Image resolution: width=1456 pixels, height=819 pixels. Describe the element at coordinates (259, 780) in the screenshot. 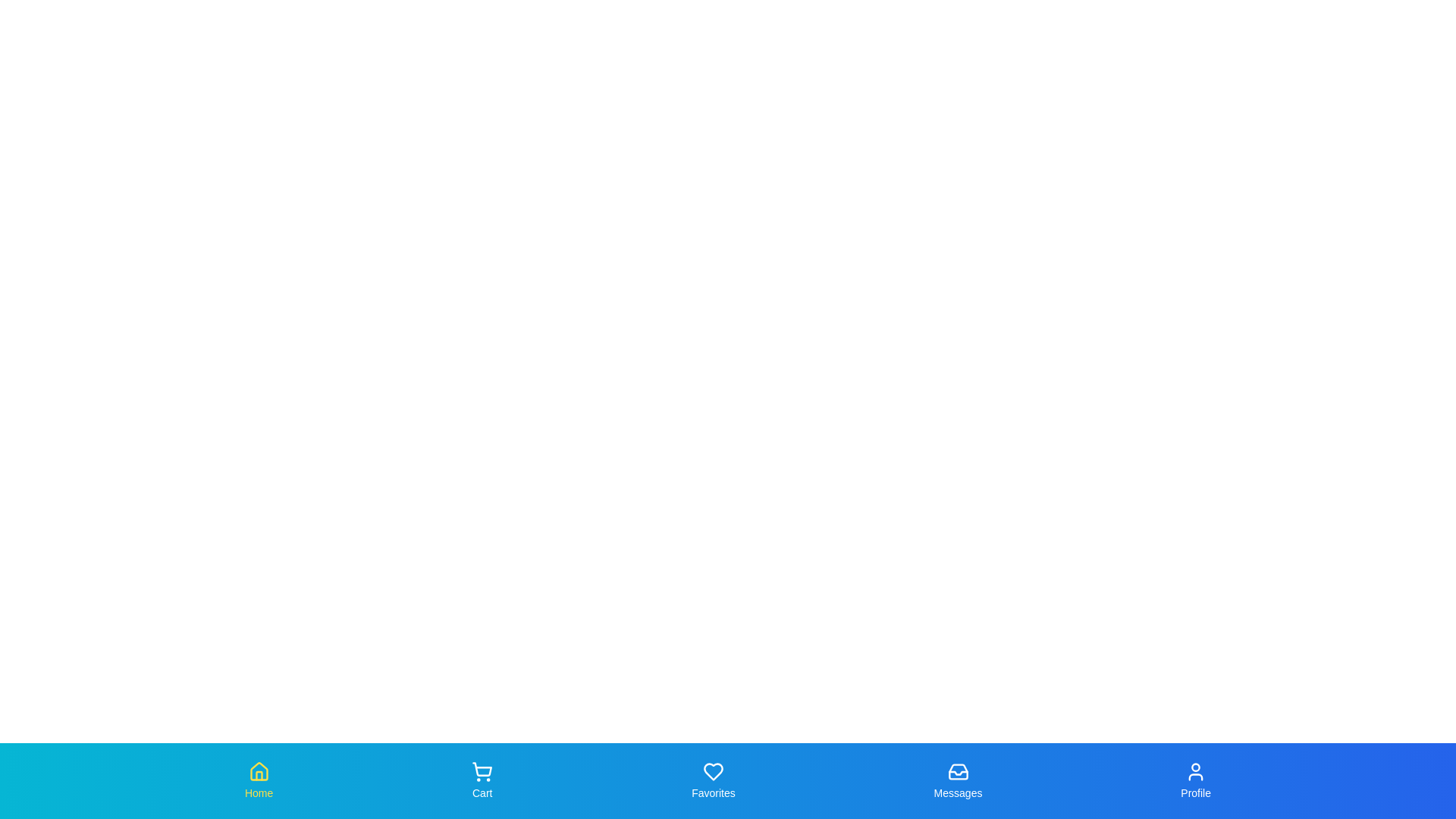

I see `the tab labeled Home by clicking on it` at that location.